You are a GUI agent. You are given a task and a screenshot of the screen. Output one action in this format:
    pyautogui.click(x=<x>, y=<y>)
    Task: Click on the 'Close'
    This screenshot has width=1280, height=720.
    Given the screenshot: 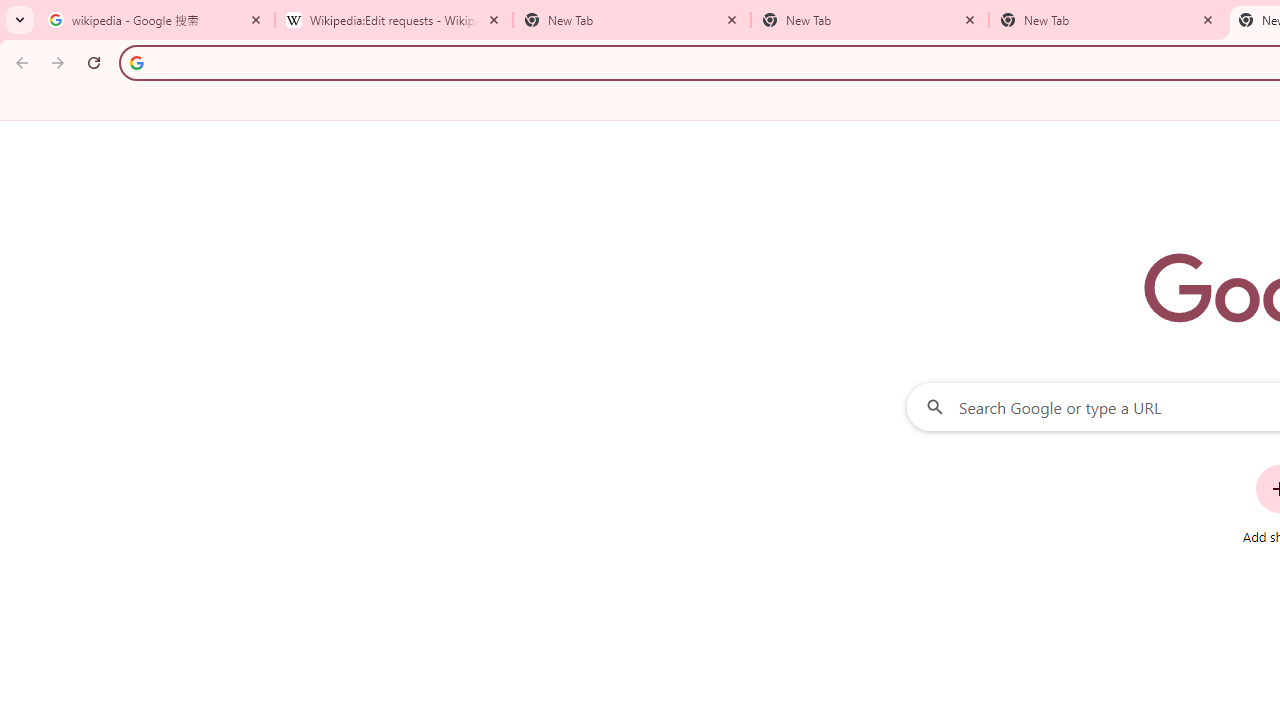 What is the action you would take?
    pyautogui.click(x=1207, y=19)
    